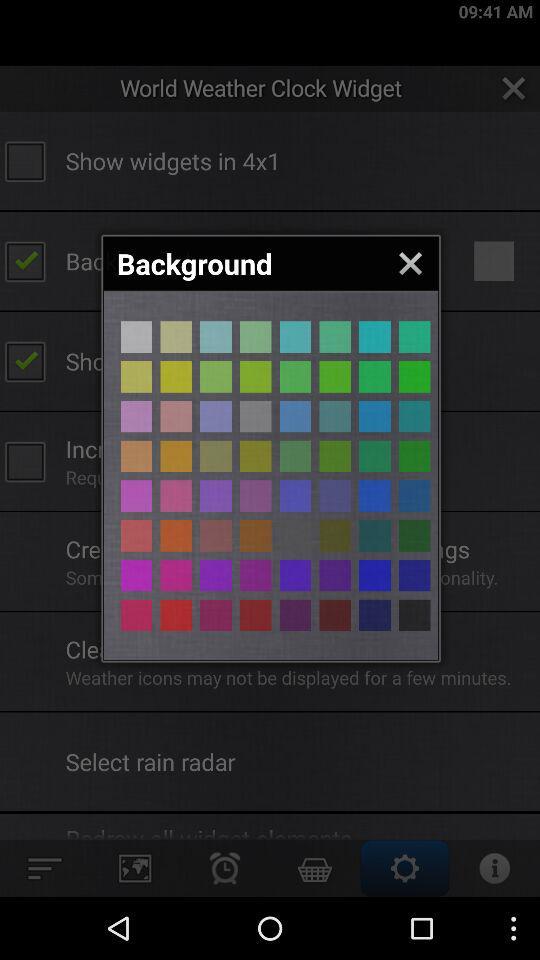 This screenshot has width=540, height=960. I want to click on coloring page, so click(215, 495).